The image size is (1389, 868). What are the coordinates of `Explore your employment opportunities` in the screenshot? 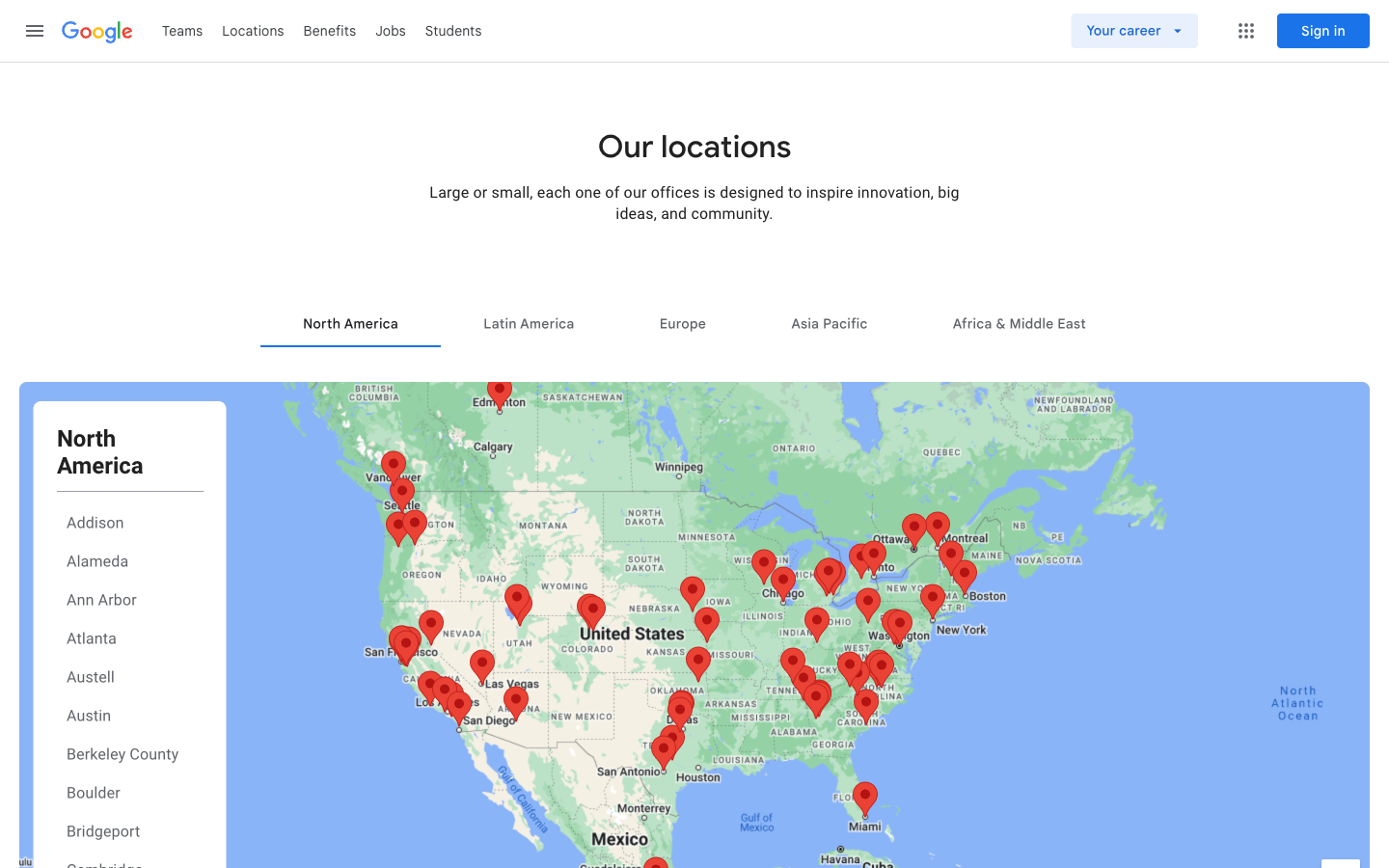 It's located at (1162, 30).